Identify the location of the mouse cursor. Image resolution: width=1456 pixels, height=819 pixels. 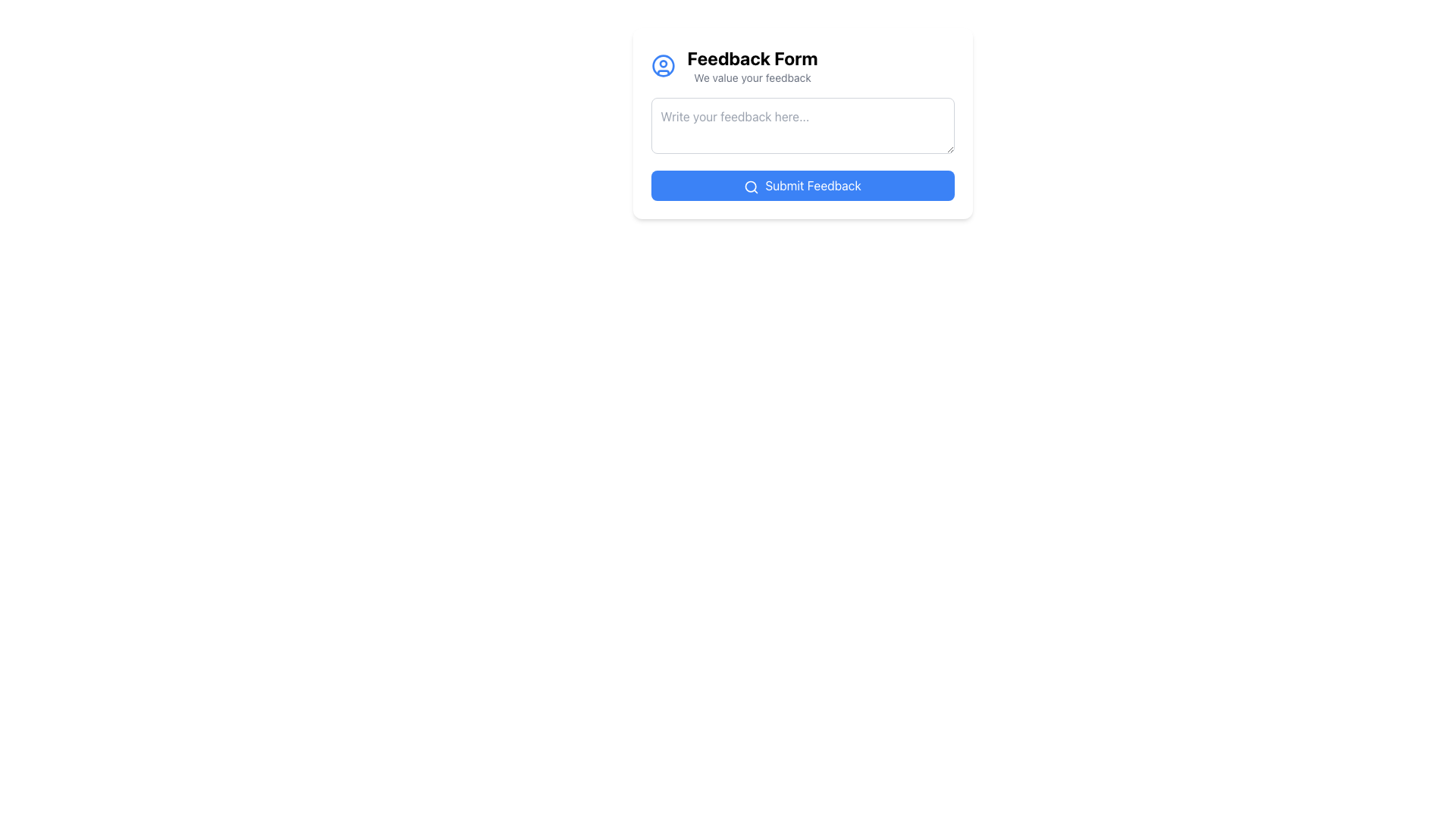
(802, 122).